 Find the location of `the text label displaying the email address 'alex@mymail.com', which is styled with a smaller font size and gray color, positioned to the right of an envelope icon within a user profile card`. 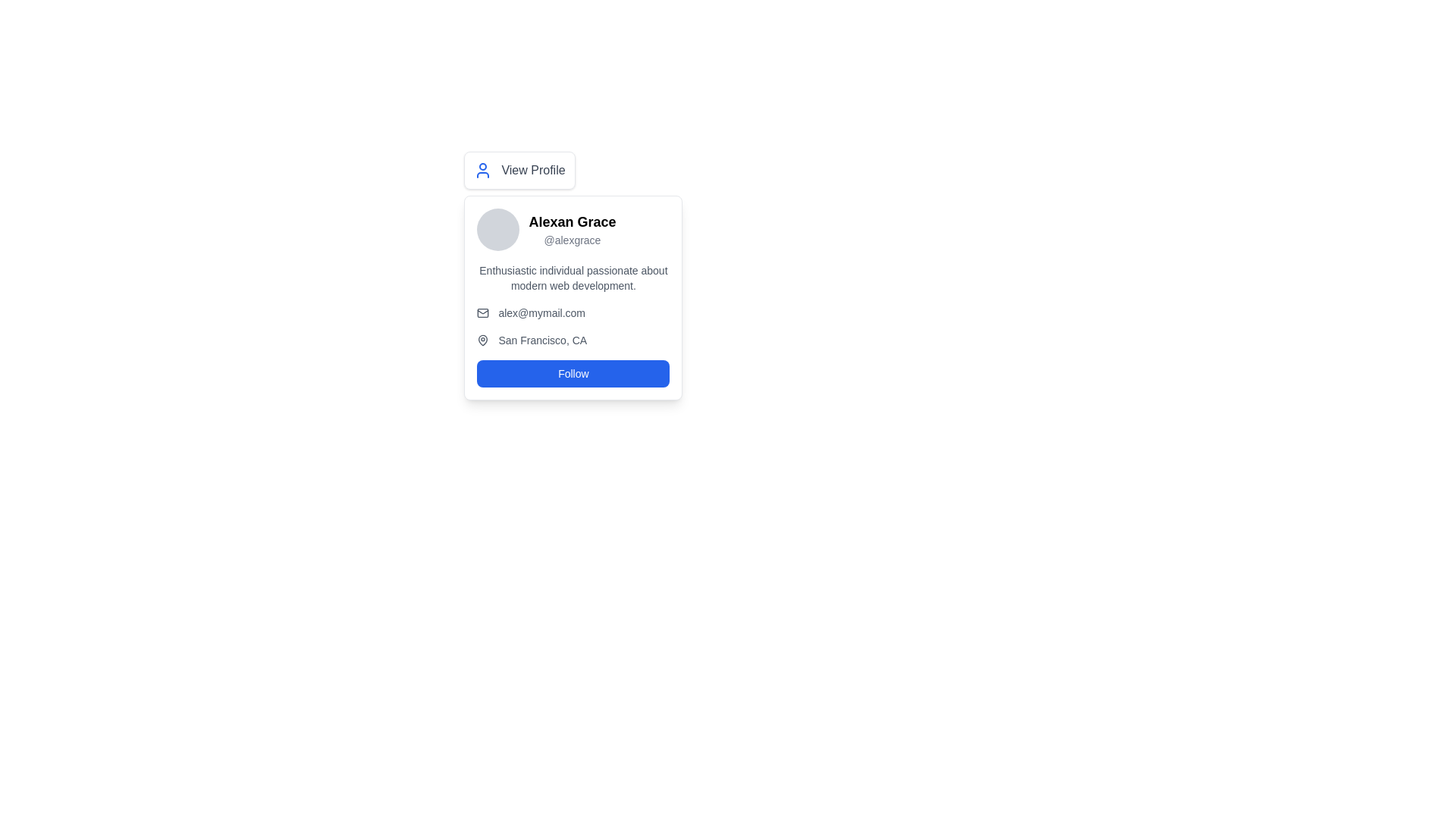

the text label displaying the email address 'alex@mymail.com', which is styled with a smaller font size and gray color, positioned to the right of an envelope icon within a user profile card is located at coordinates (541, 312).